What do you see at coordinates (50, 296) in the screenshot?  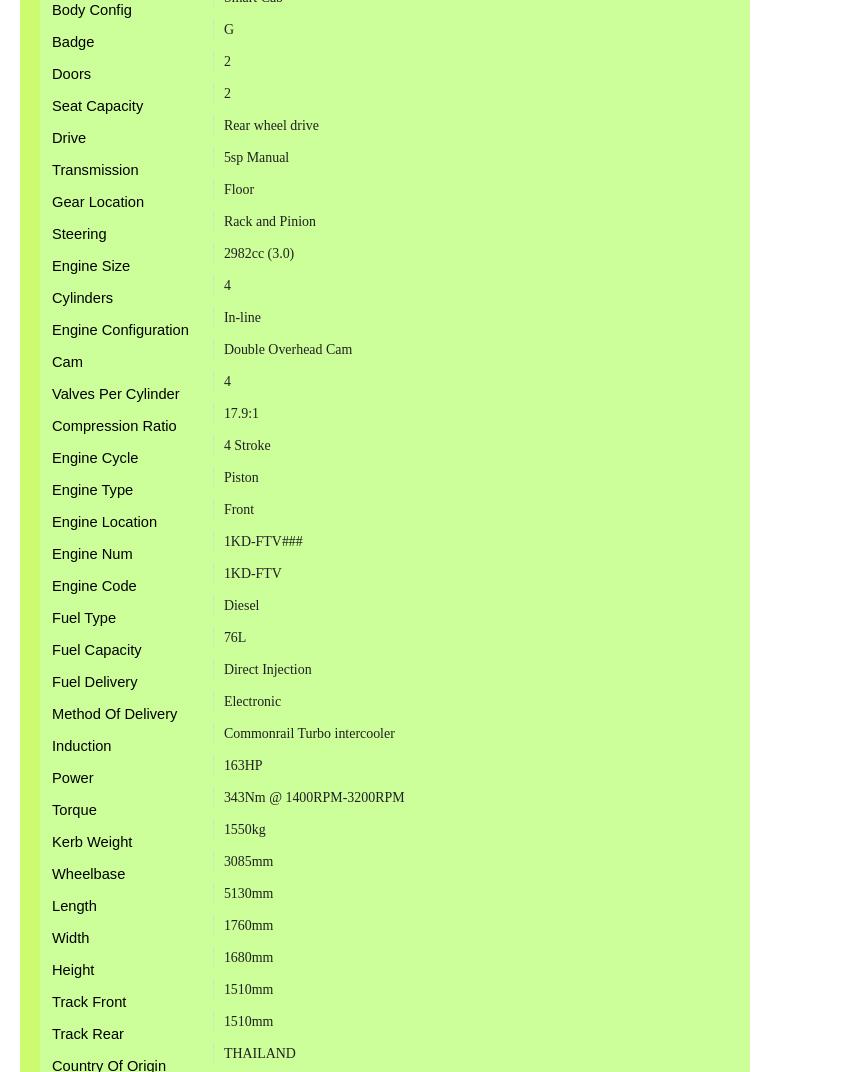 I see `'Cylinders'` at bounding box center [50, 296].